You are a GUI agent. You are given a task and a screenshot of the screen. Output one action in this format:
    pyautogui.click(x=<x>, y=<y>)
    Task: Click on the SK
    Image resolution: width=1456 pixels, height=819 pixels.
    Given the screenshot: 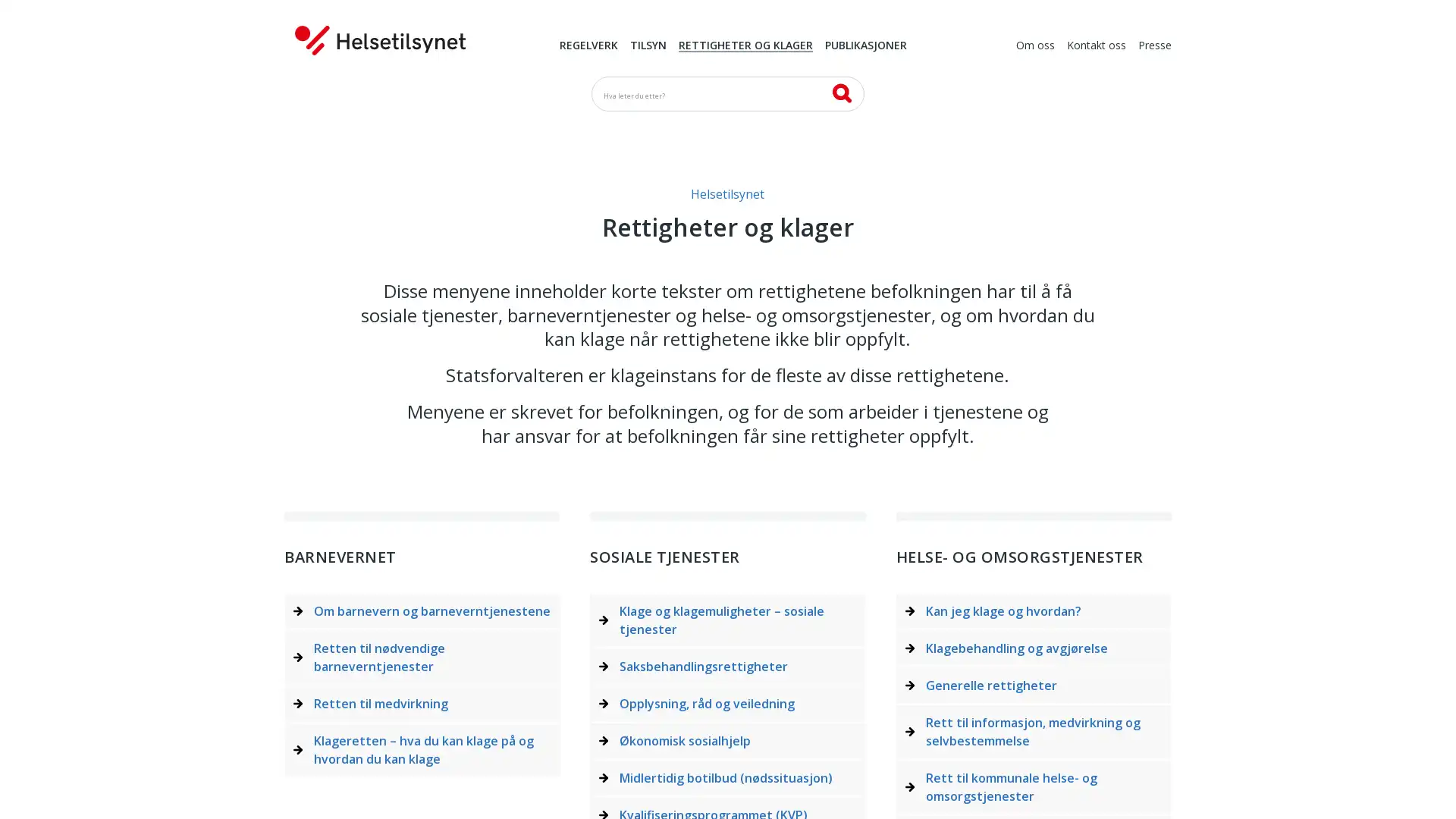 What is the action you would take?
    pyautogui.click(x=840, y=93)
    